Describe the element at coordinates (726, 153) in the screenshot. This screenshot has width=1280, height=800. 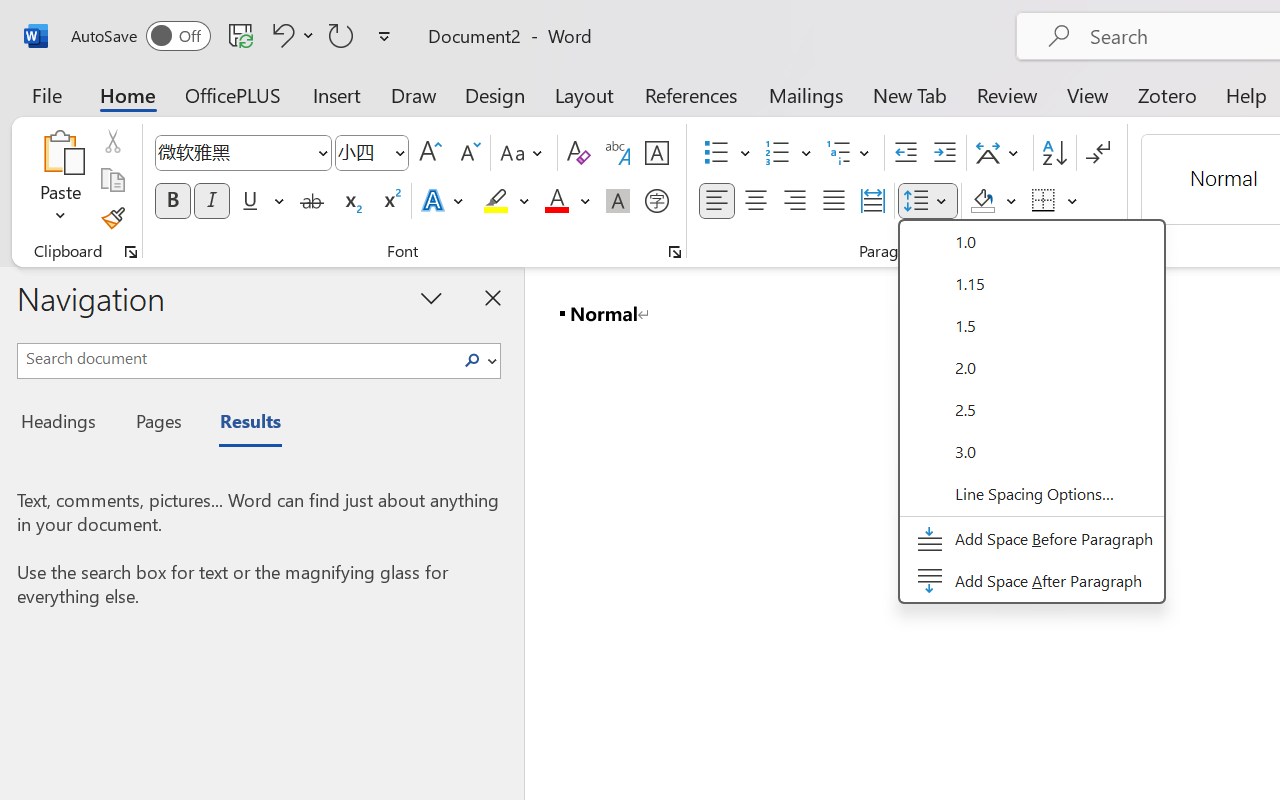
I see `'Bullets'` at that location.